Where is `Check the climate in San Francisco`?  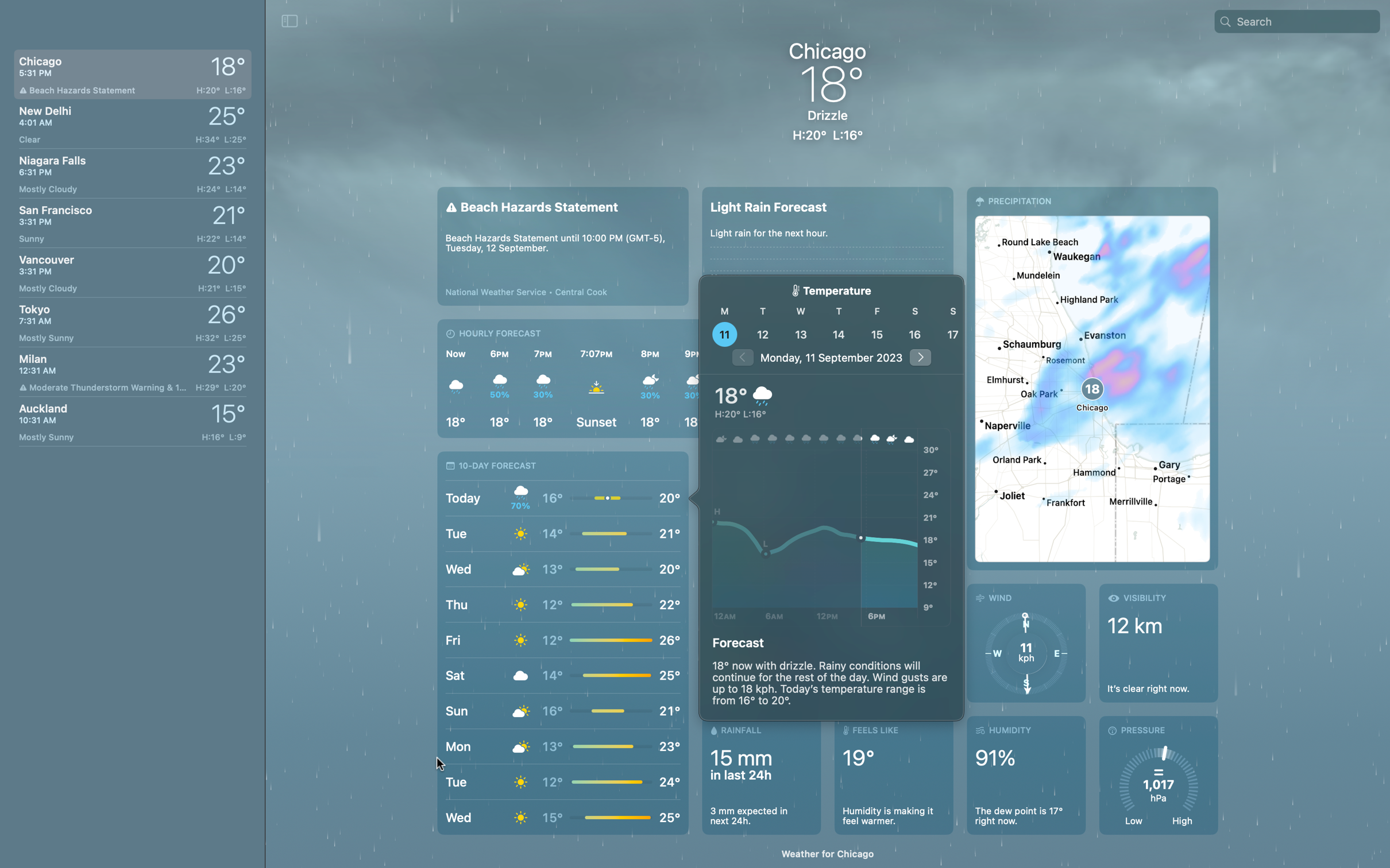 Check the climate in San Francisco is located at coordinates (130, 219).